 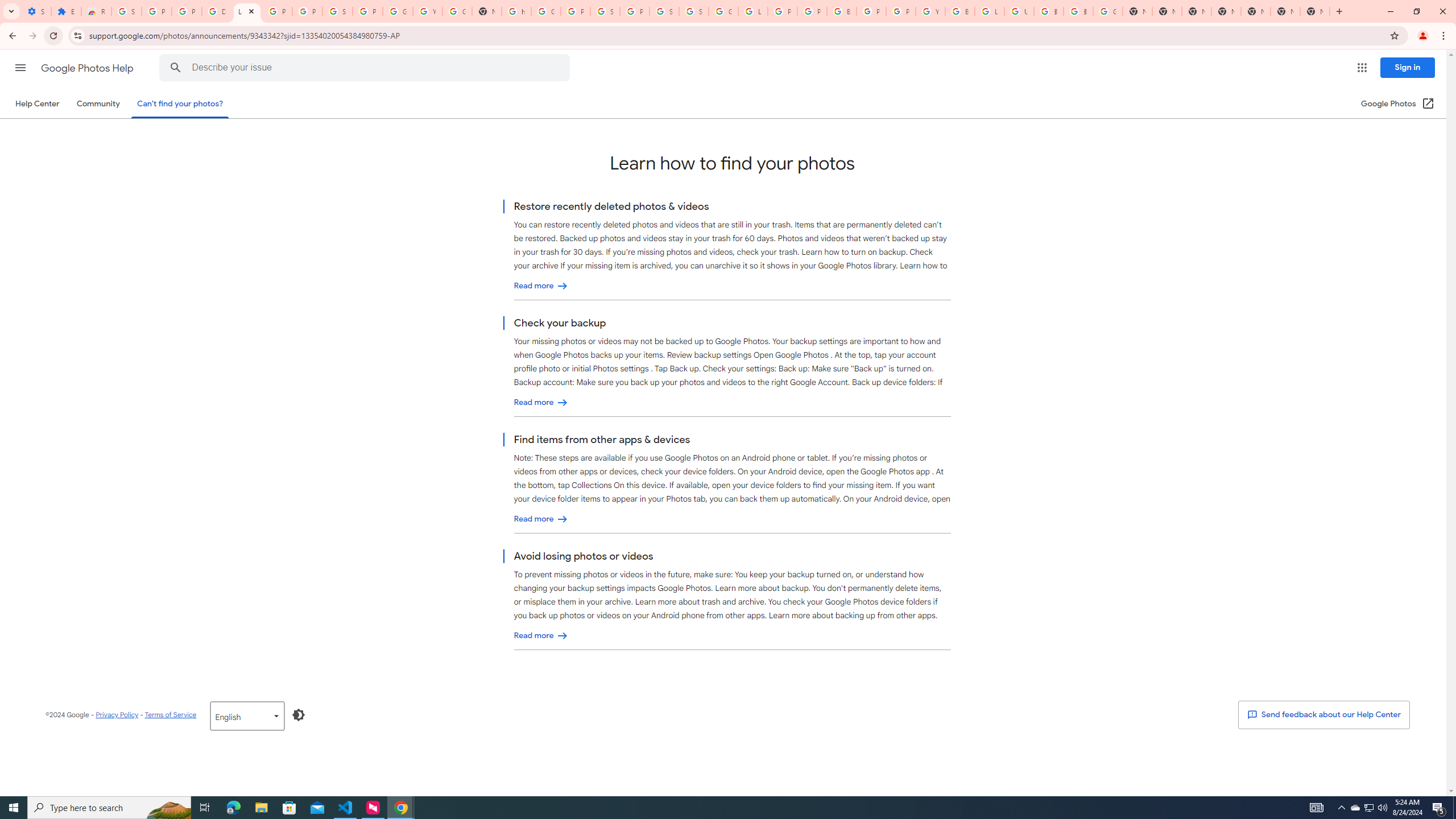 I want to click on 'Enable Dark Mode', so click(x=299, y=714).